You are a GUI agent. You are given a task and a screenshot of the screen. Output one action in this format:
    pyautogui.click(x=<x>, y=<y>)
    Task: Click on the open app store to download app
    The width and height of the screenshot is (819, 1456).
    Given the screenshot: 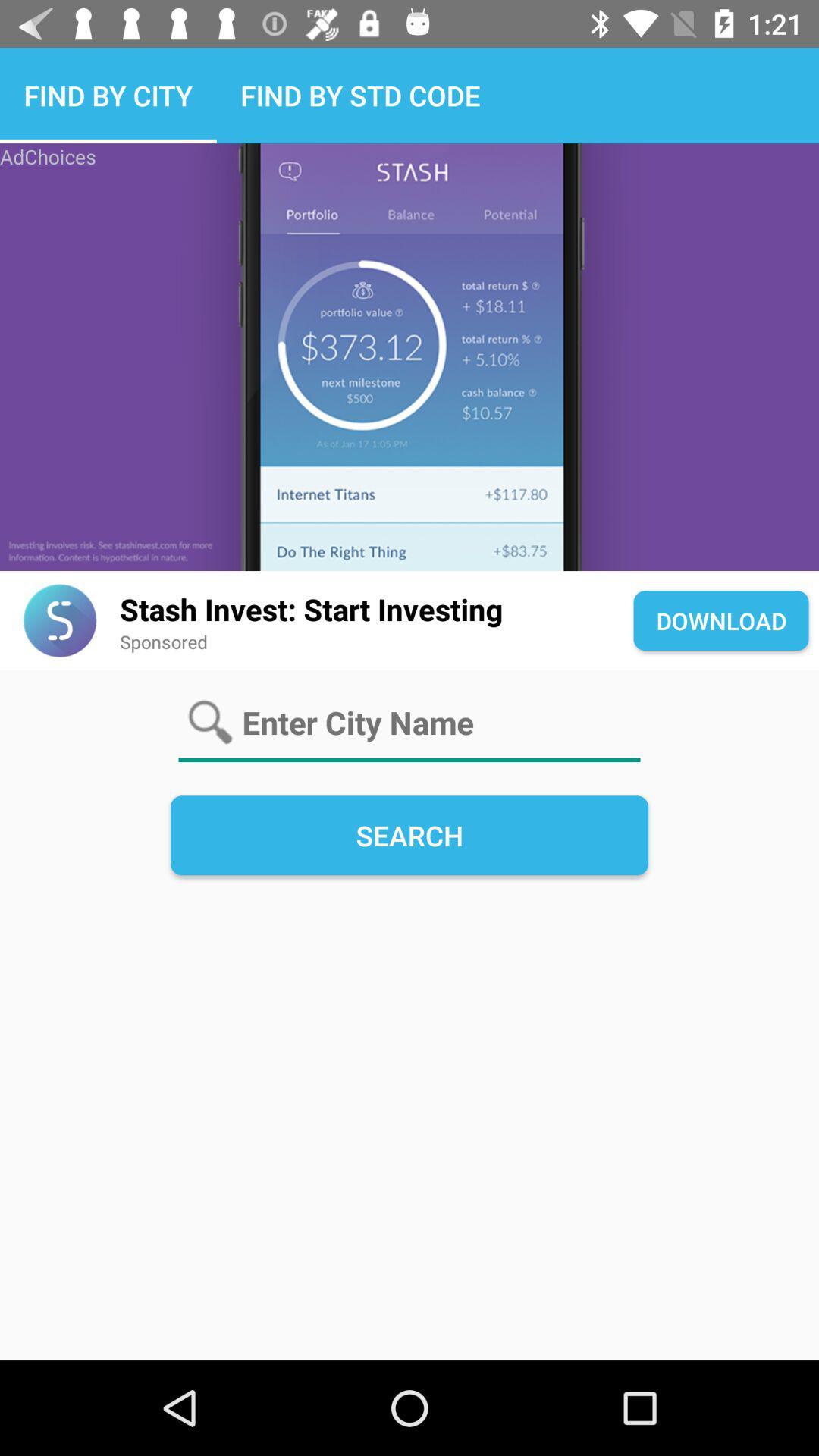 What is the action you would take?
    pyautogui.click(x=409, y=356)
    